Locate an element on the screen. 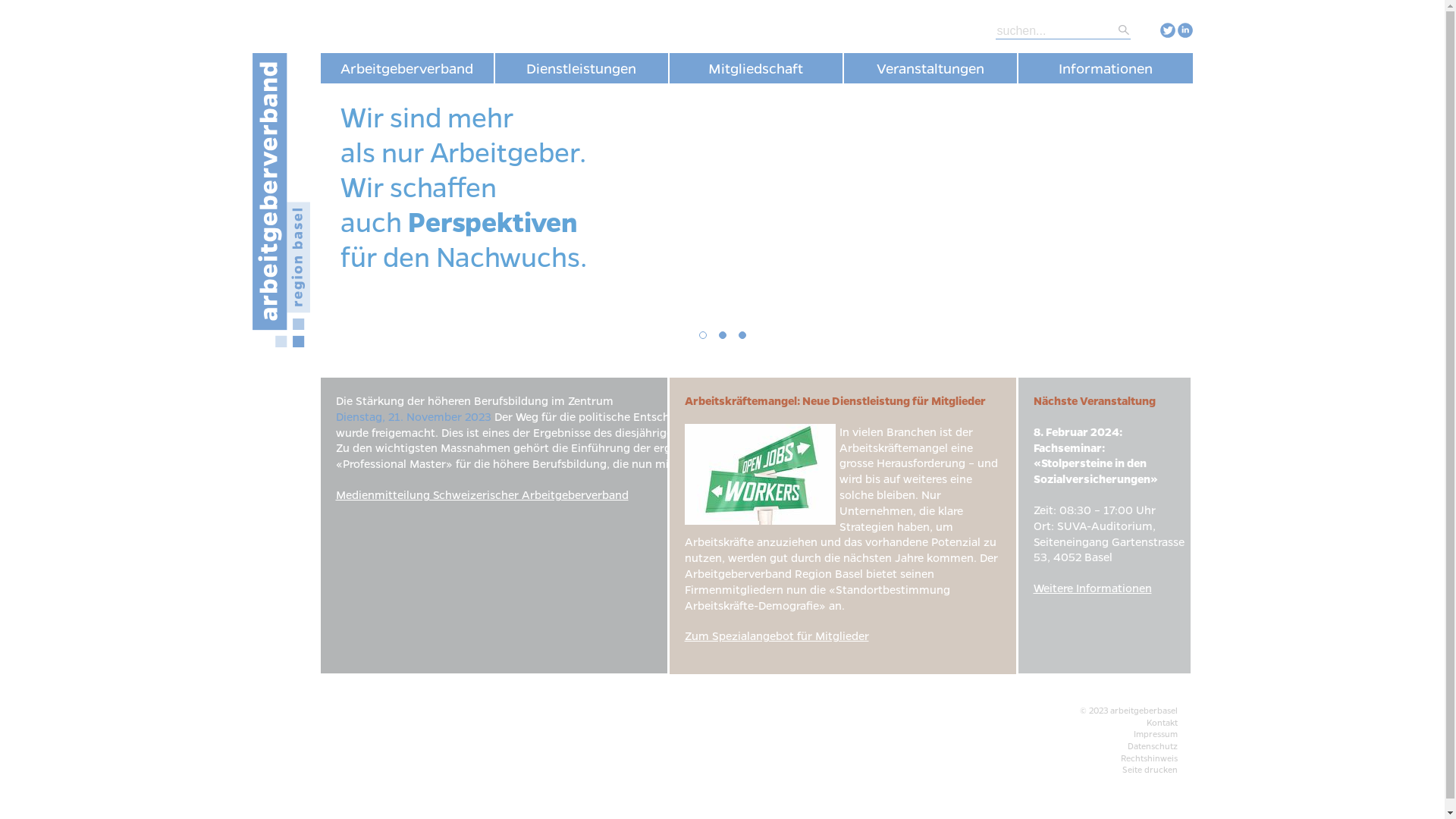 The image size is (1456, 819). 'Informationen' is located at coordinates (1105, 67).